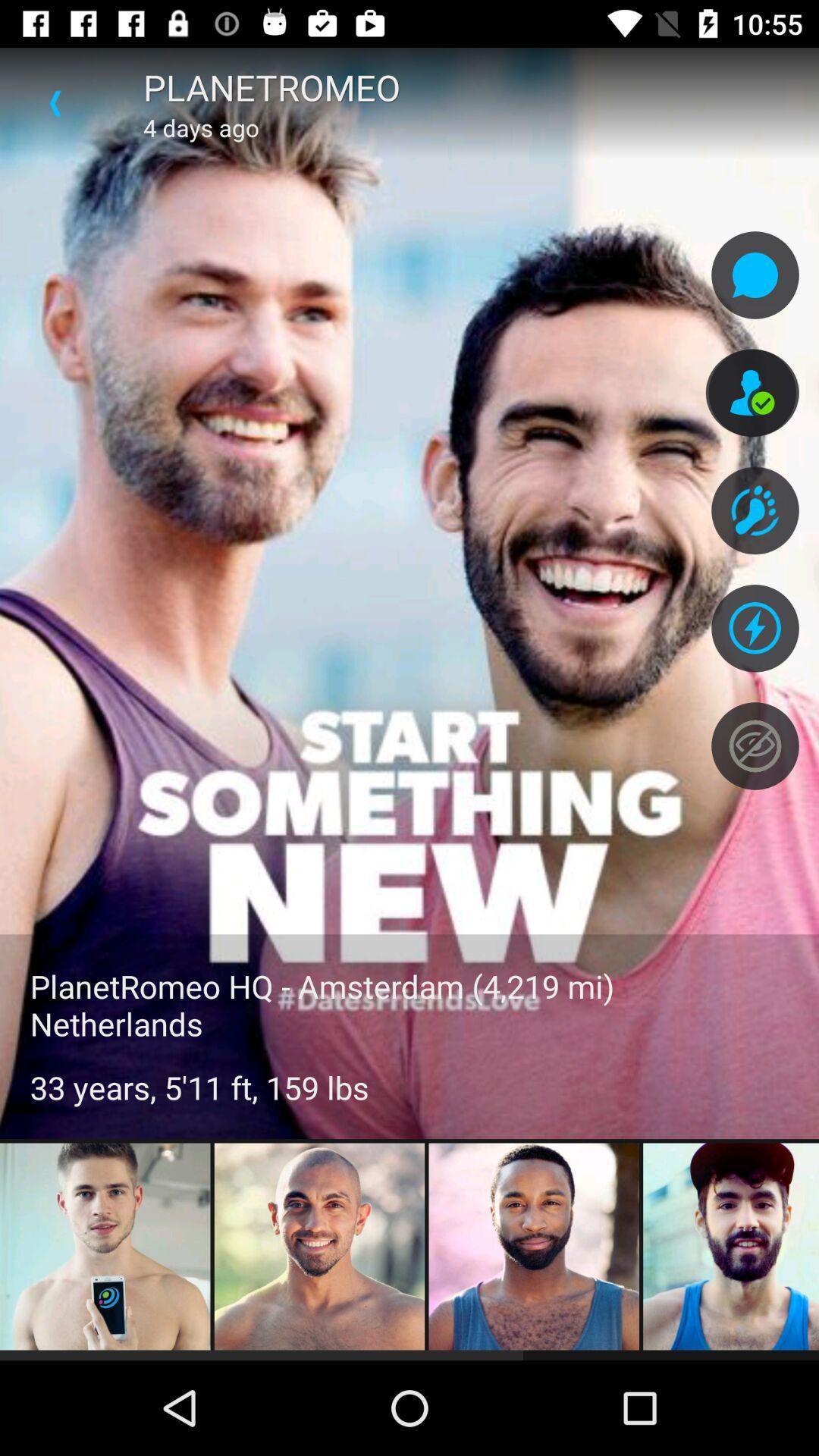 The height and width of the screenshot is (1456, 819). Describe the element at coordinates (55, 102) in the screenshot. I see `item next to the planetromeo item` at that location.